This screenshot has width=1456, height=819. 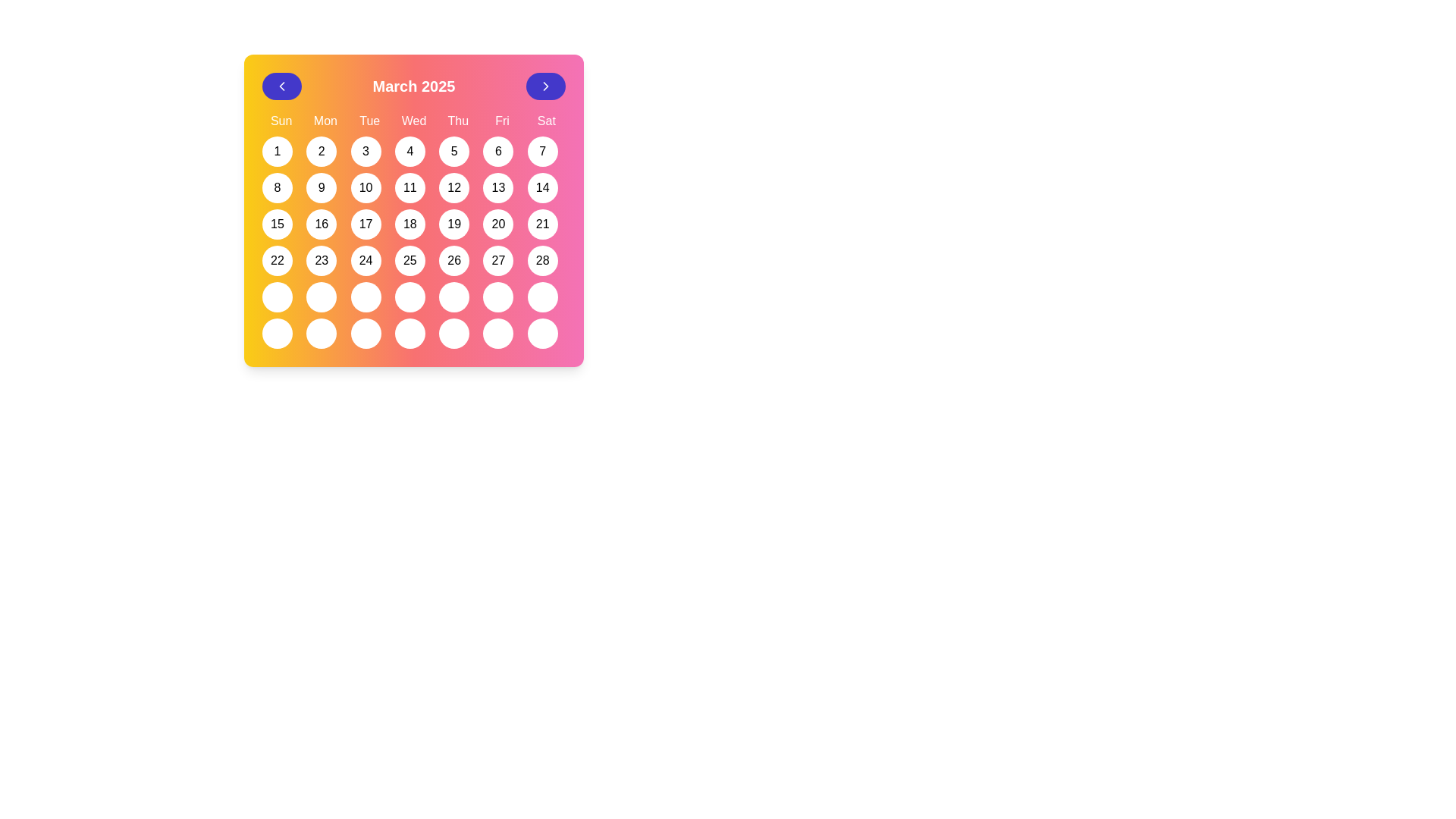 I want to click on the navigation arrow icon in the top-right section of the user interface, so click(x=546, y=86).